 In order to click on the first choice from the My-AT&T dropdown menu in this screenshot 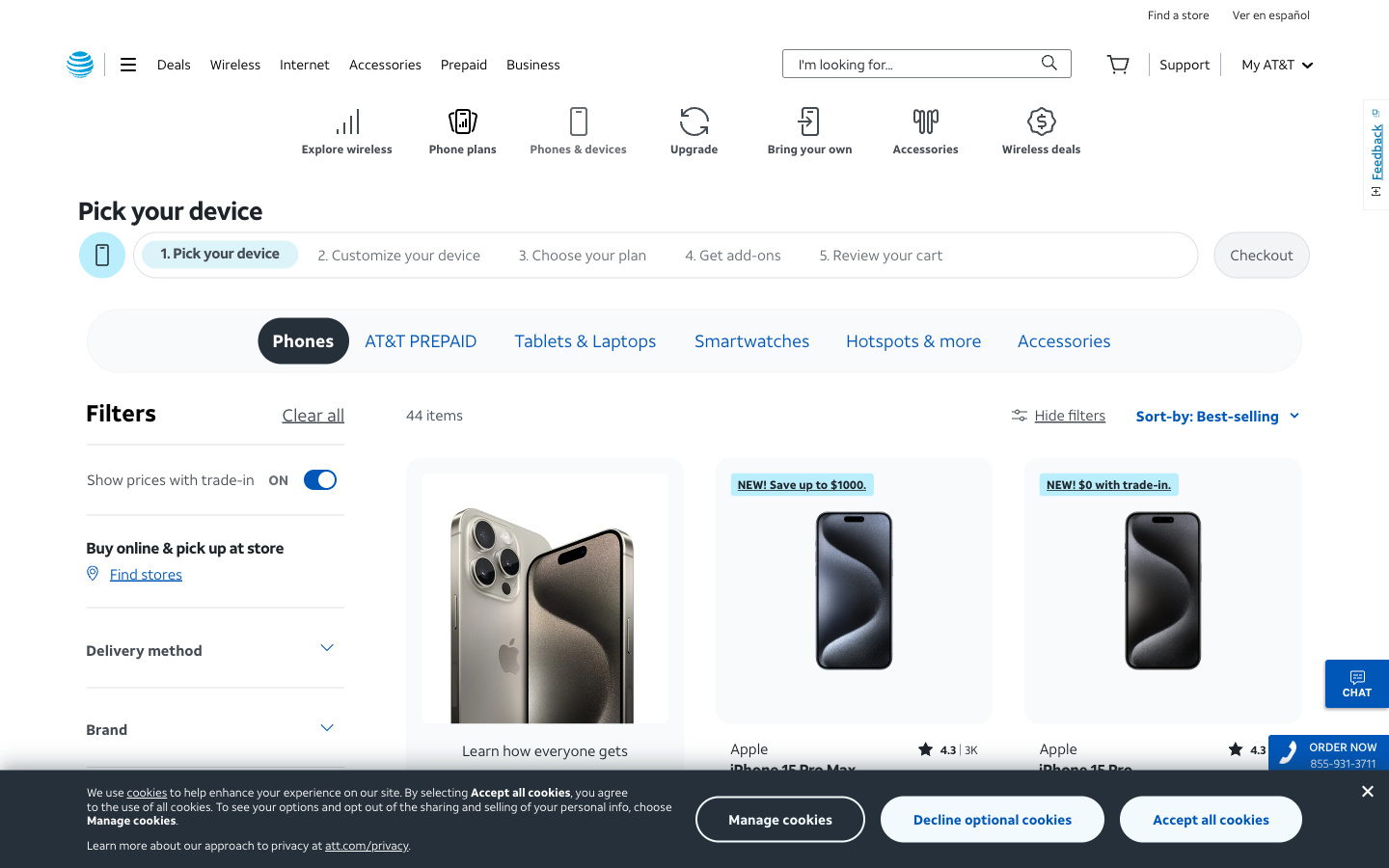, I will do `click(1275, 63)`.